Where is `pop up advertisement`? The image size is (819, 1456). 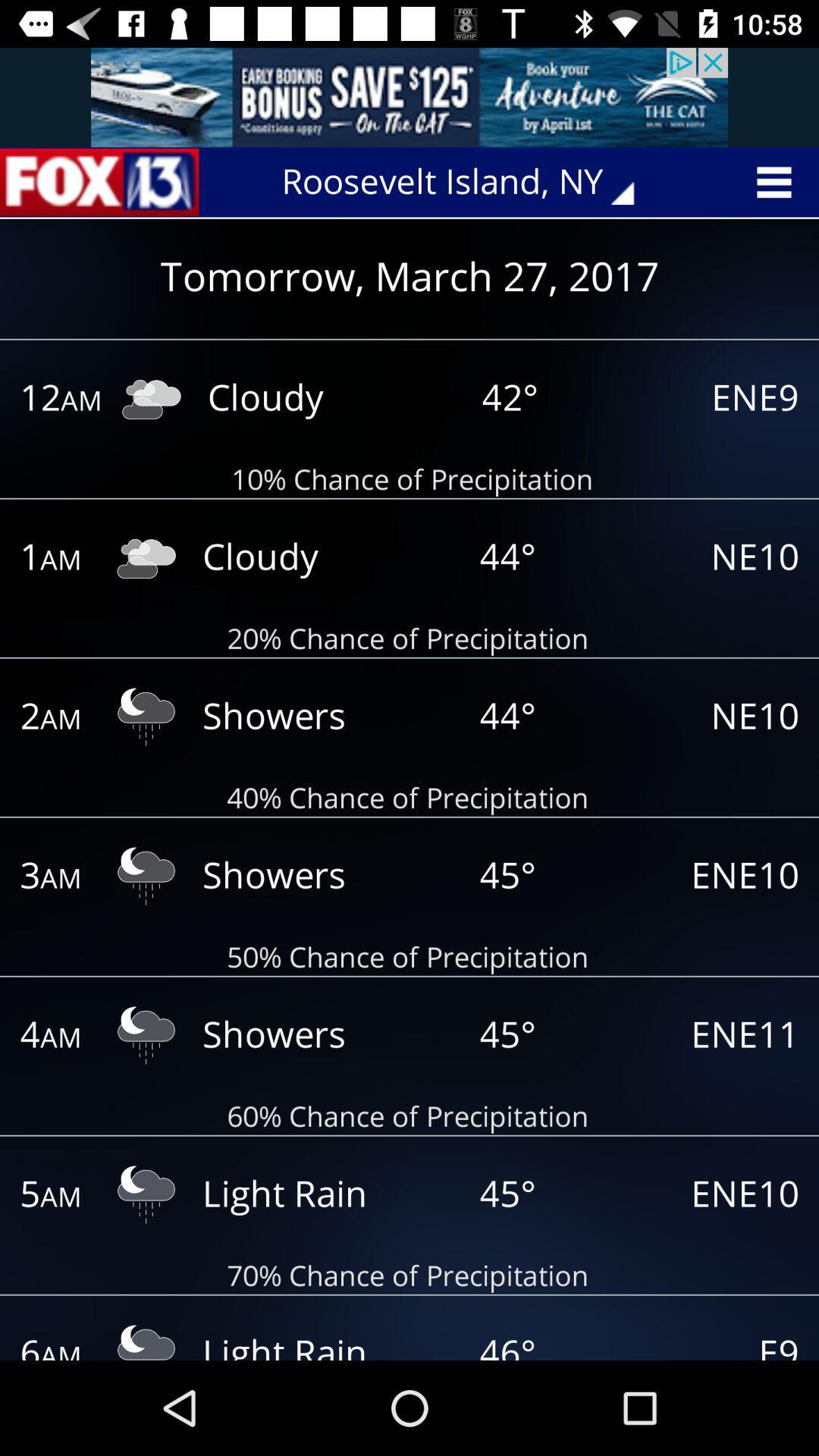 pop up advertisement is located at coordinates (409, 96).